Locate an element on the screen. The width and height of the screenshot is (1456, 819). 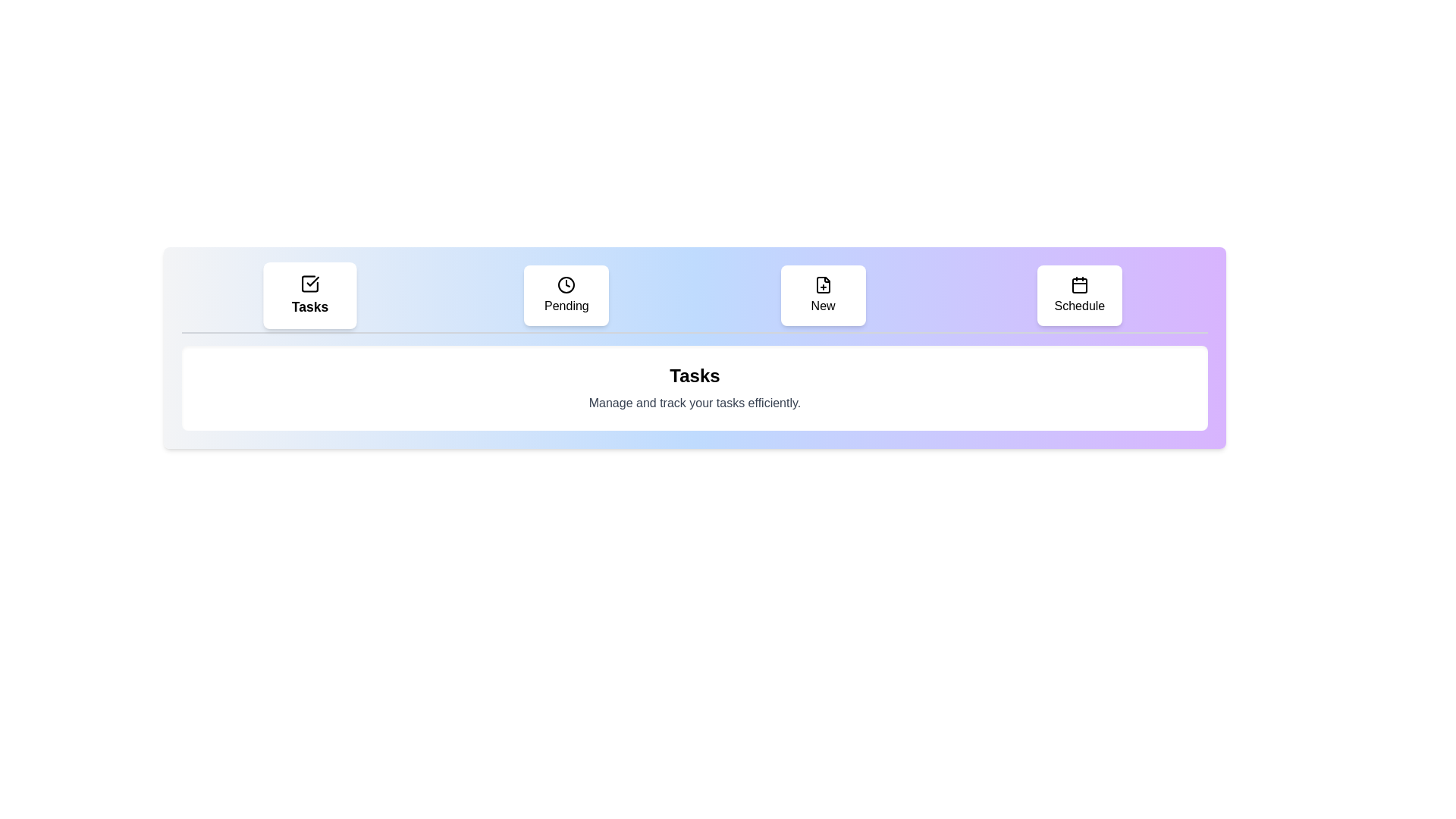
the tab labeled Tasks to select it is located at coordinates (309, 295).